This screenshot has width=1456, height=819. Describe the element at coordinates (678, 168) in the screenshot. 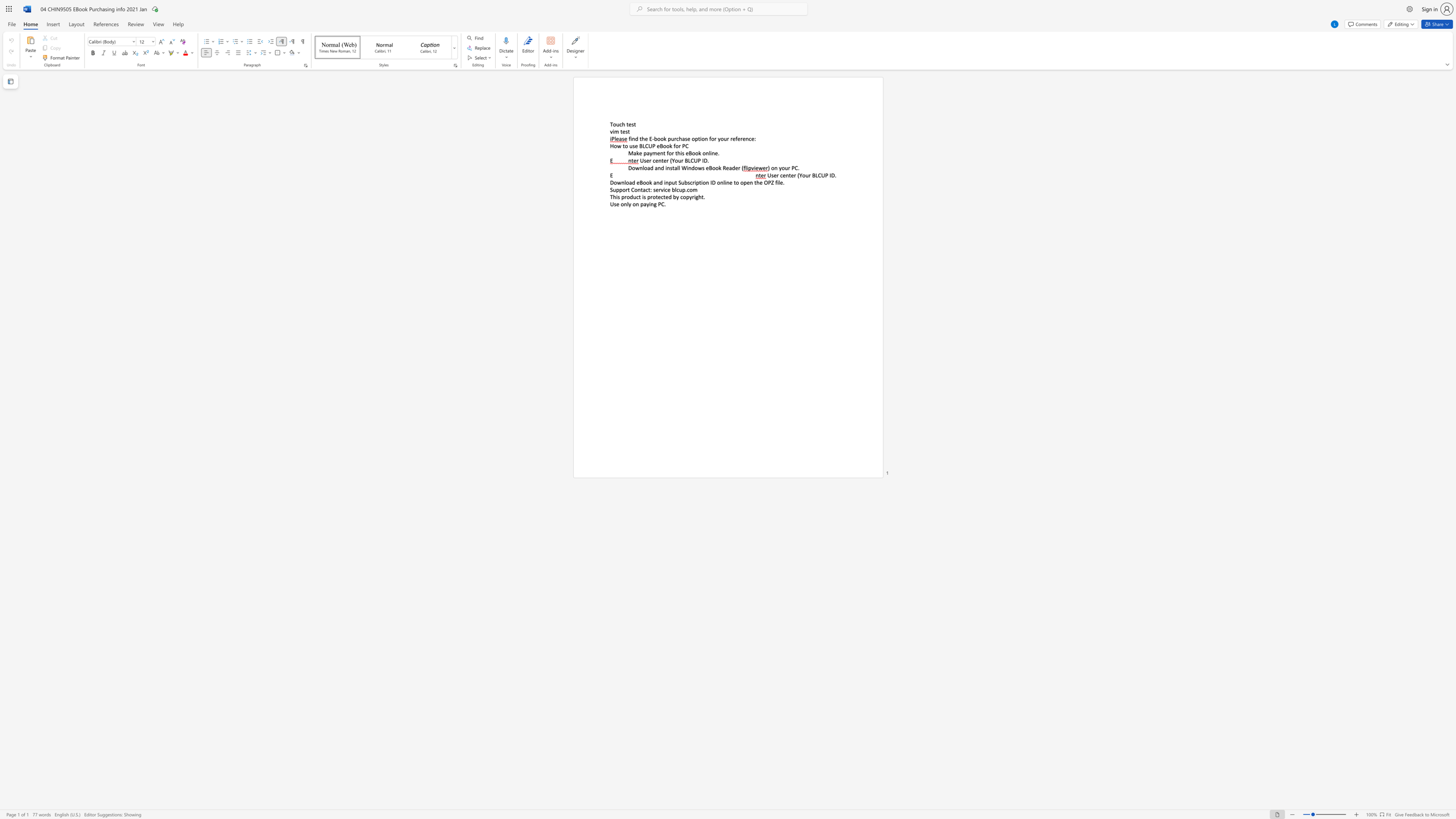

I see `the subset text "l Windows eBook Rea" within the text "Download and install Windows eBook Reader ("` at that location.